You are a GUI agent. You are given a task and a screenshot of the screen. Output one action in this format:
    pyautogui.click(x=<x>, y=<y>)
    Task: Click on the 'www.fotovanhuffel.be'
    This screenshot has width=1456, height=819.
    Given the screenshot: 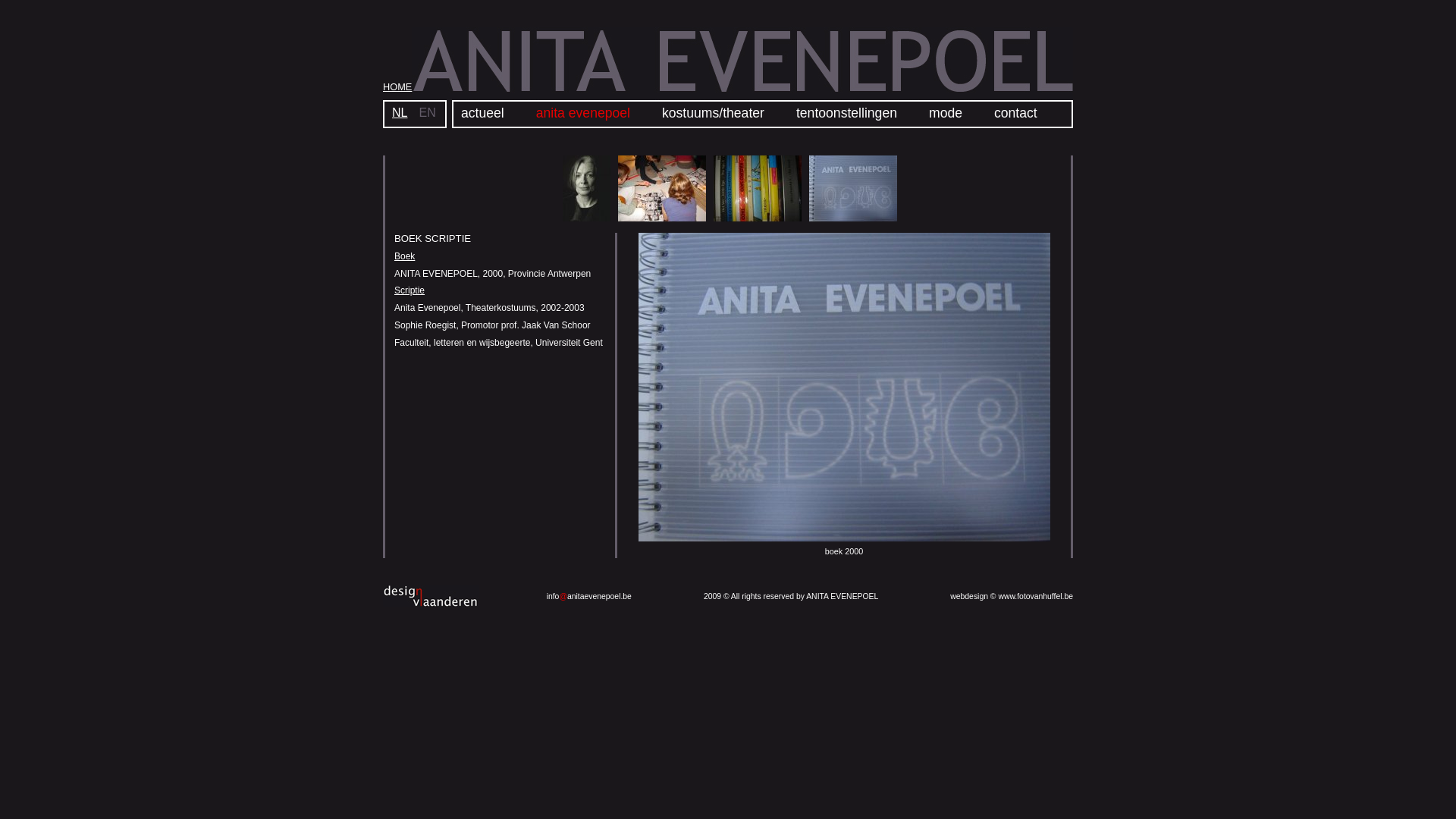 What is the action you would take?
    pyautogui.click(x=1034, y=595)
    